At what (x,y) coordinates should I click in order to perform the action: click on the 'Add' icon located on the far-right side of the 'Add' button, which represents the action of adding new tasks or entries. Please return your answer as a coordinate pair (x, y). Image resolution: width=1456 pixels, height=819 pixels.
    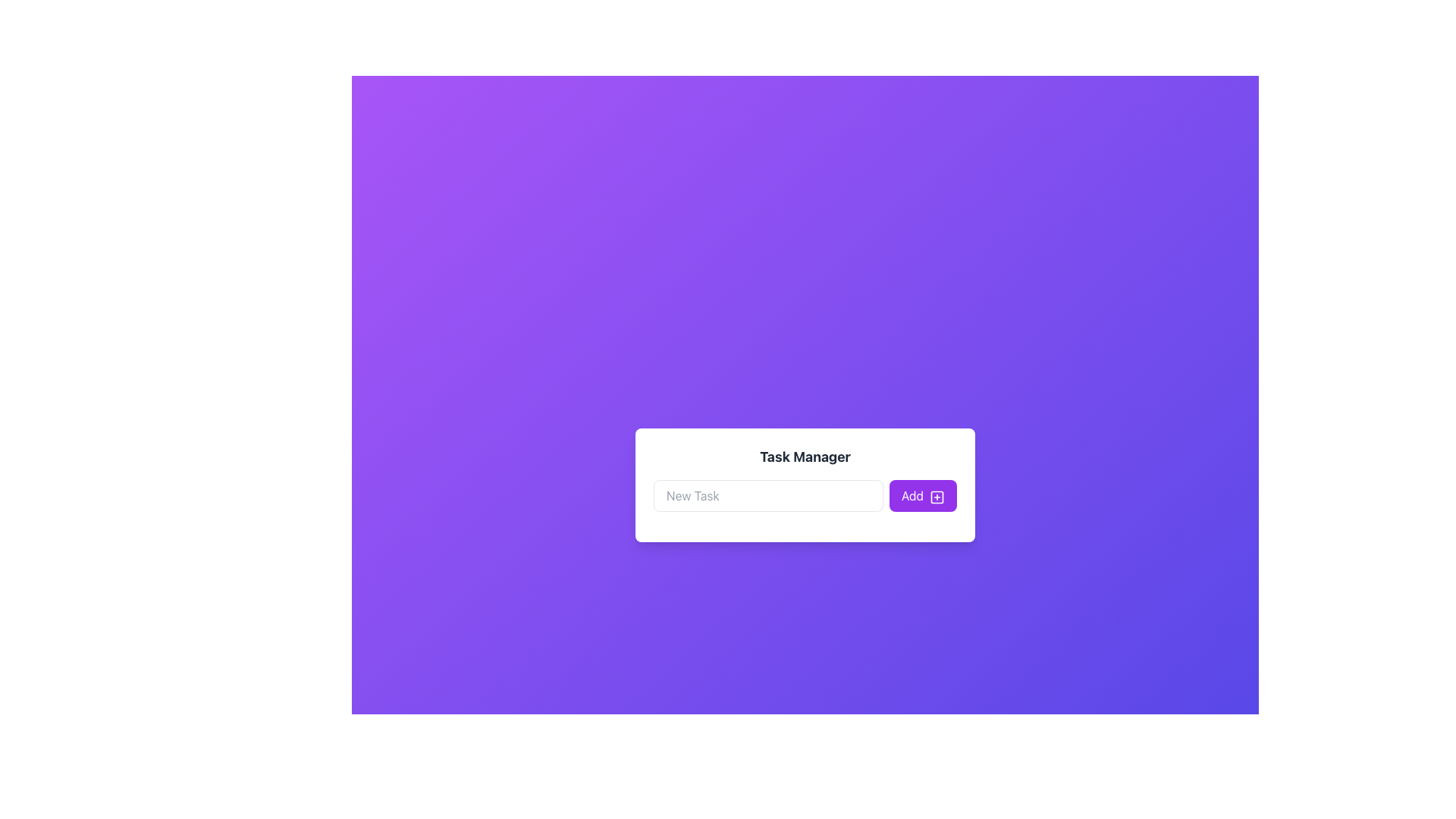
    Looking at the image, I should click on (937, 497).